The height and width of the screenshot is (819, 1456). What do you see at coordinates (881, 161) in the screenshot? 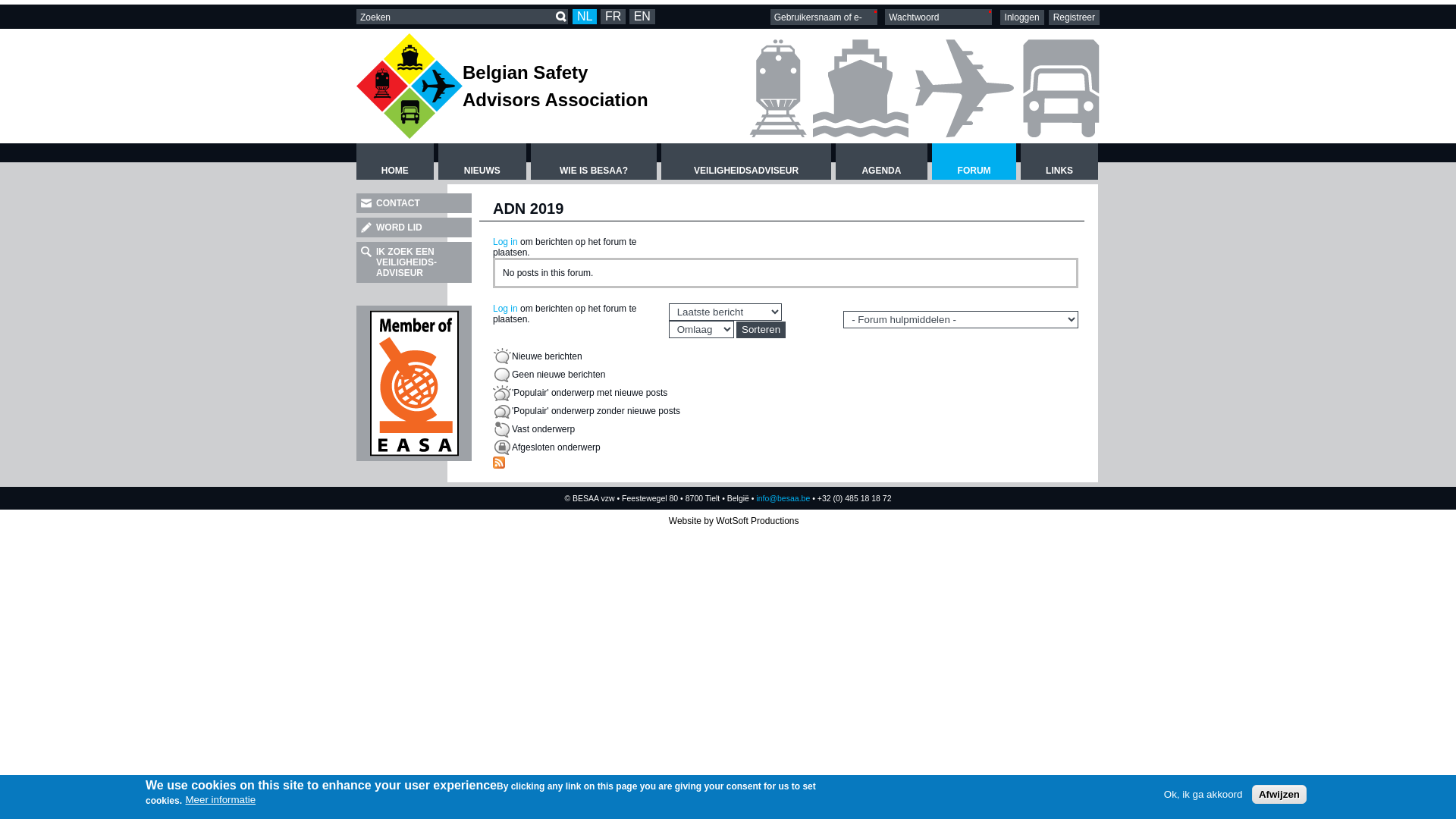
I see `'AGENDA'` at bounding box center [881, 161].